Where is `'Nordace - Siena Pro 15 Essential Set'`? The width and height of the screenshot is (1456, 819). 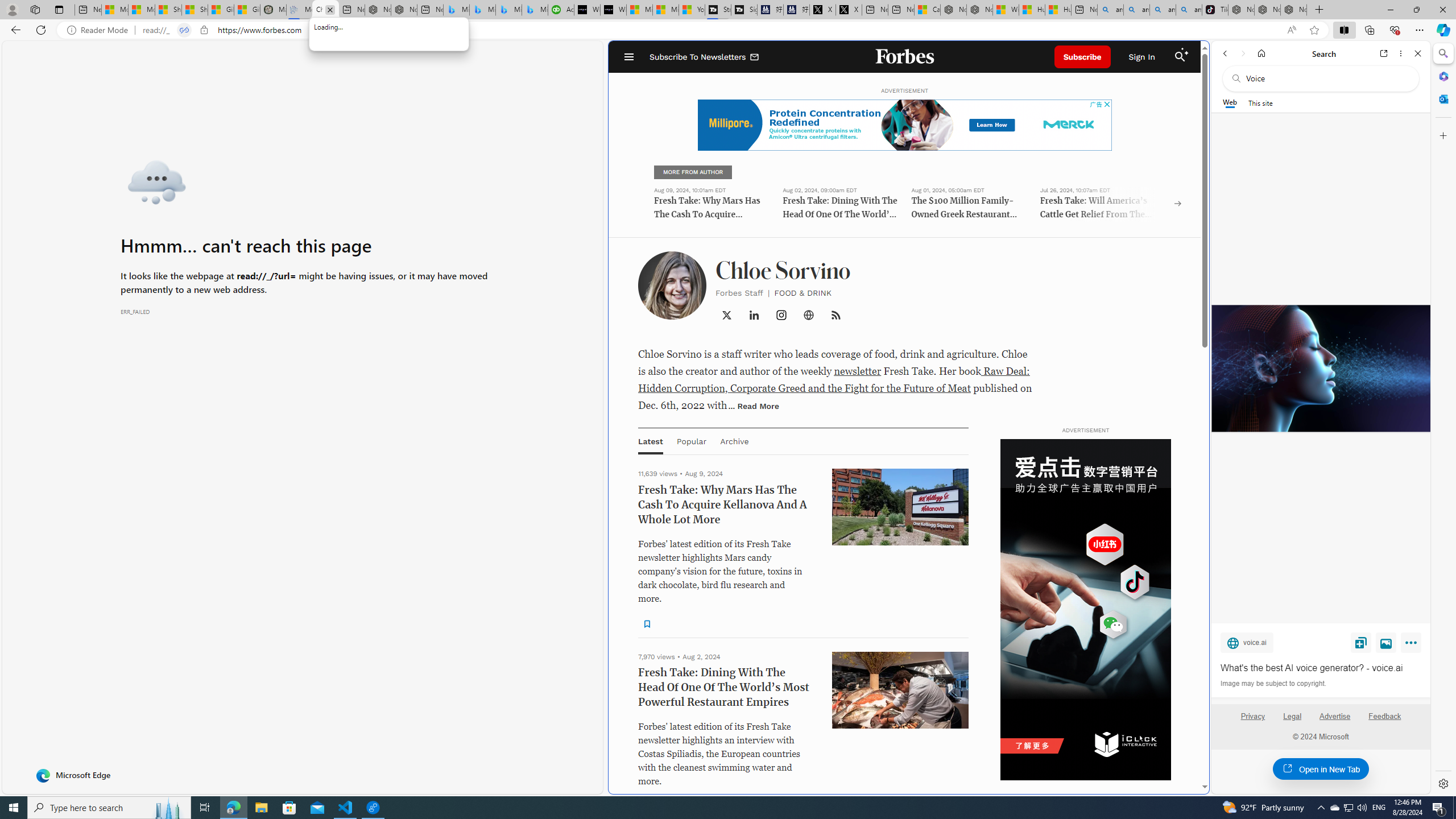 'Nordace - Siena Pro 15 Essential Set' is located at coordinates (1293, 9).